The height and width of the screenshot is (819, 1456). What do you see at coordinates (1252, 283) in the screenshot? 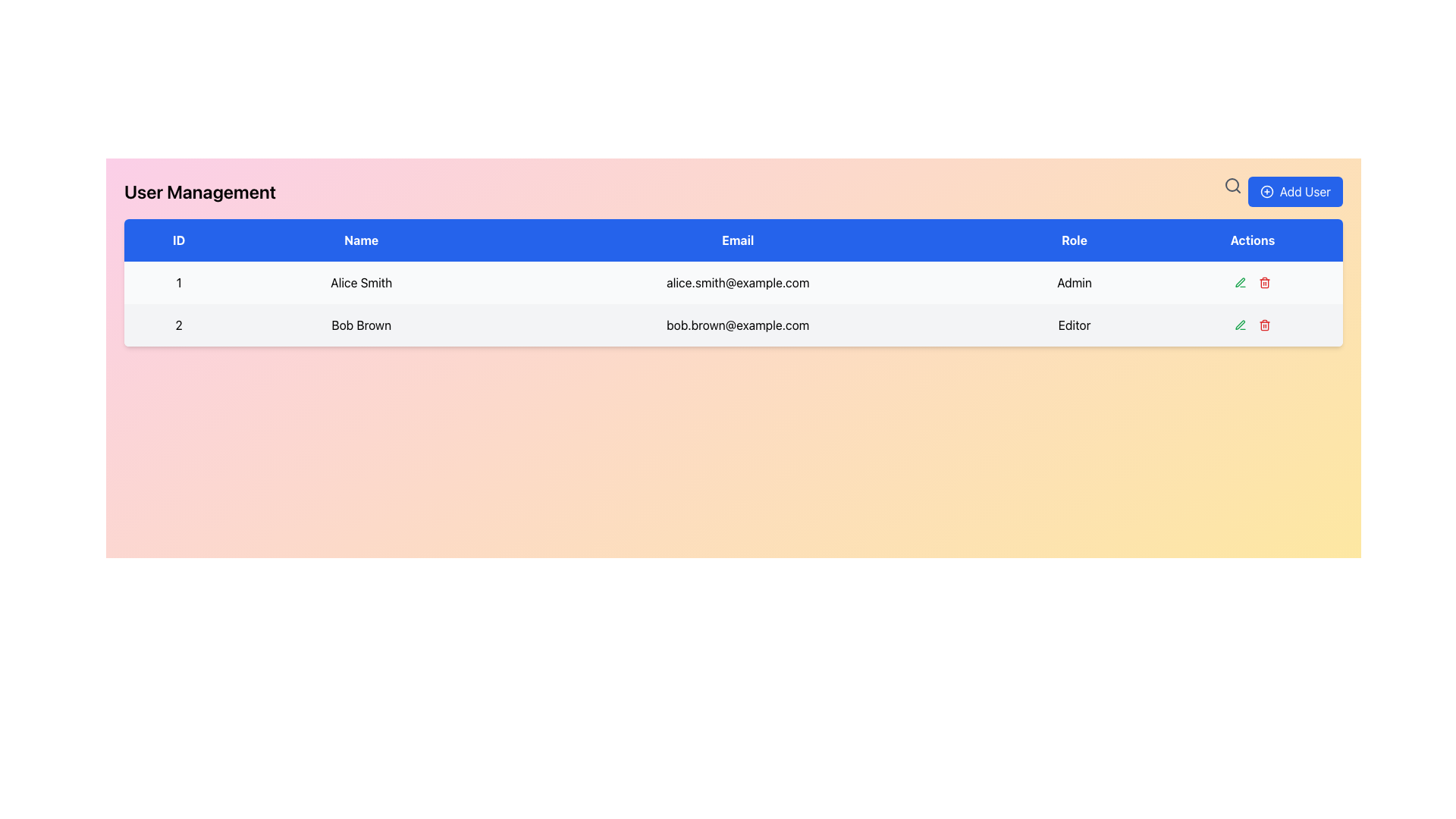
I see `the interactive icons group in the 'Actions' column for 'Alice Smith'` at bounding box center [1252, 283].